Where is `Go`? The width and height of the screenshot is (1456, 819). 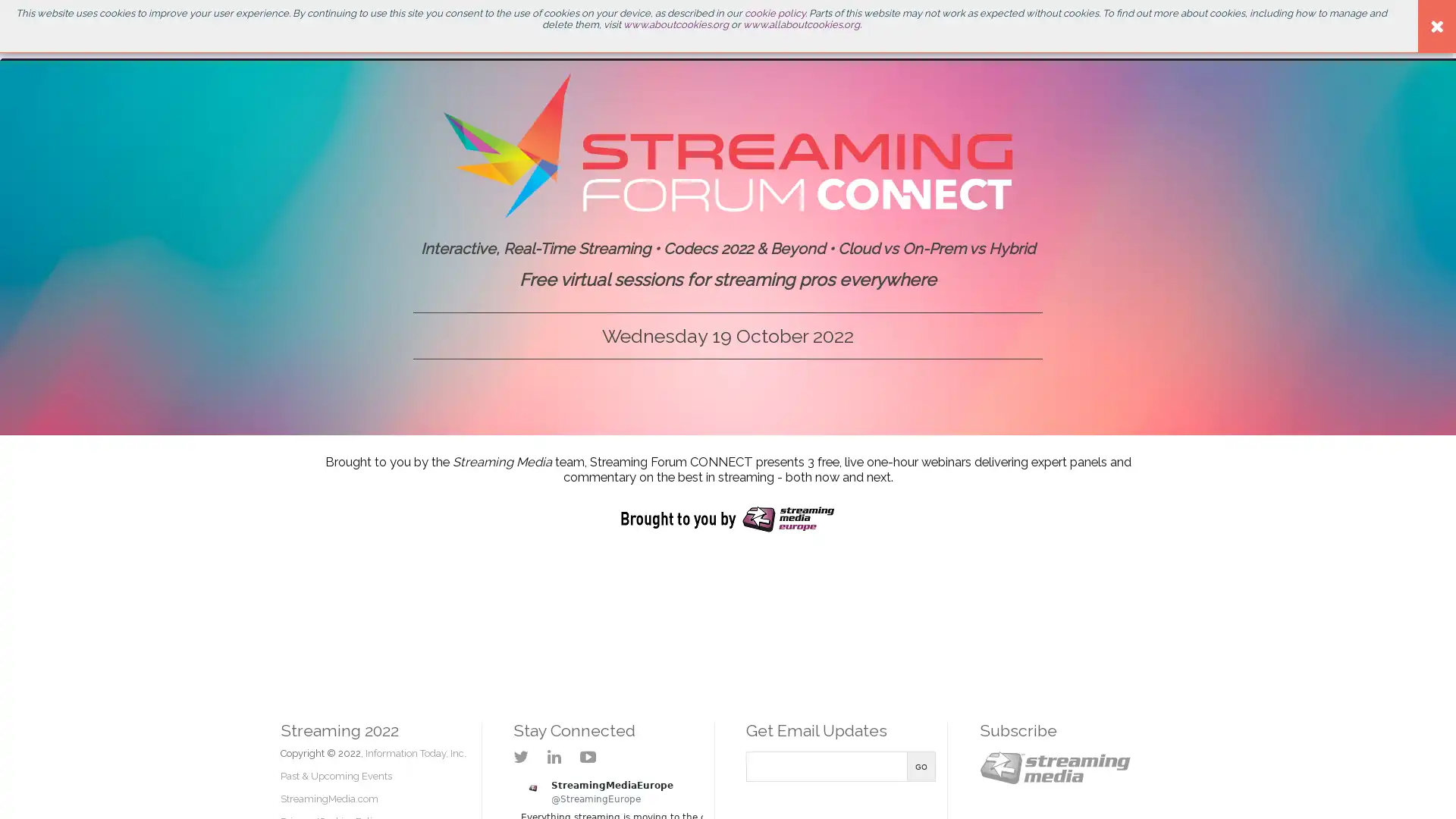
Go is located at coordinates (920, 766).